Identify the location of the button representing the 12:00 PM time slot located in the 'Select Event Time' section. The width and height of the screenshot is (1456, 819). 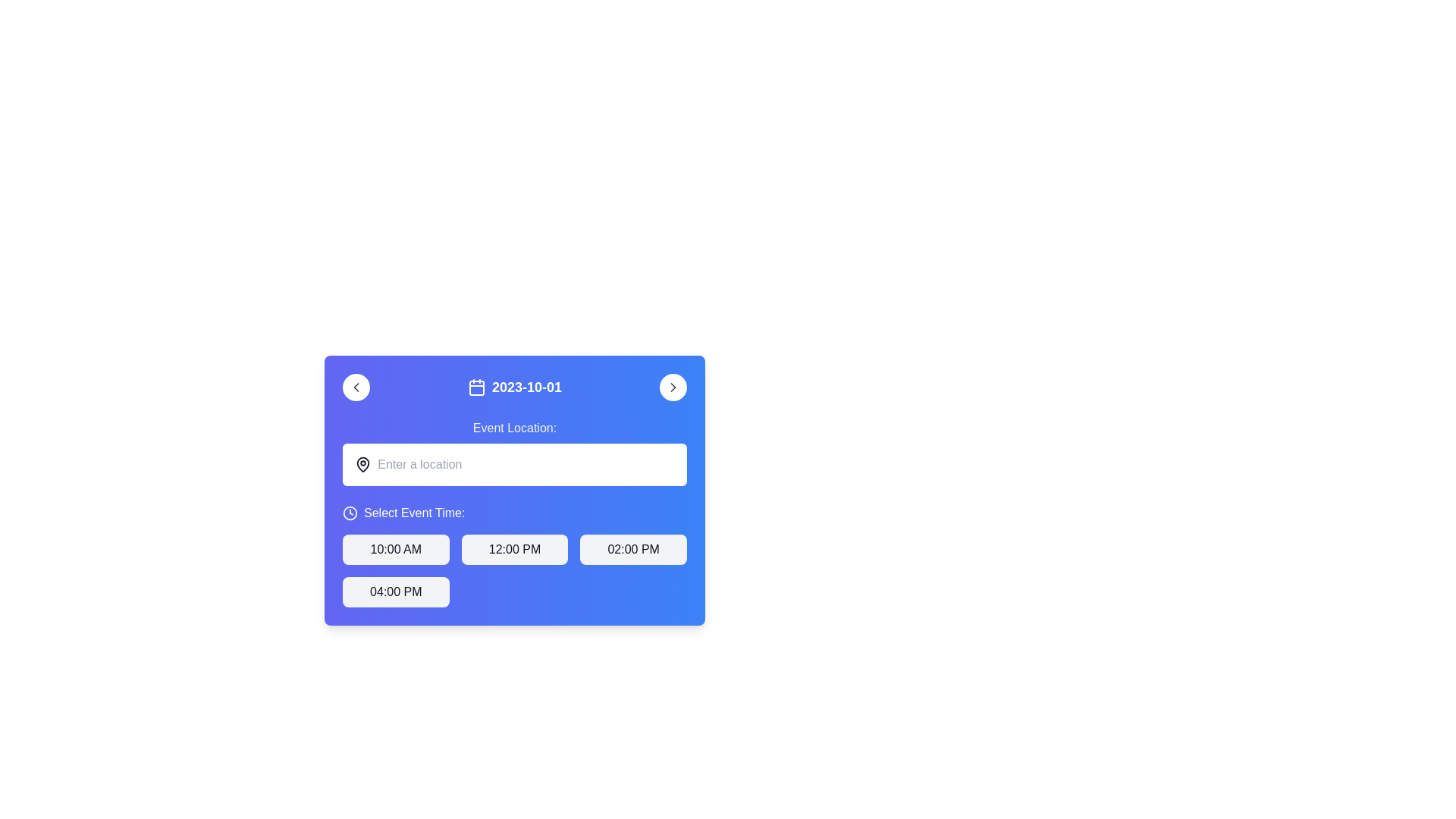
(514, 550).